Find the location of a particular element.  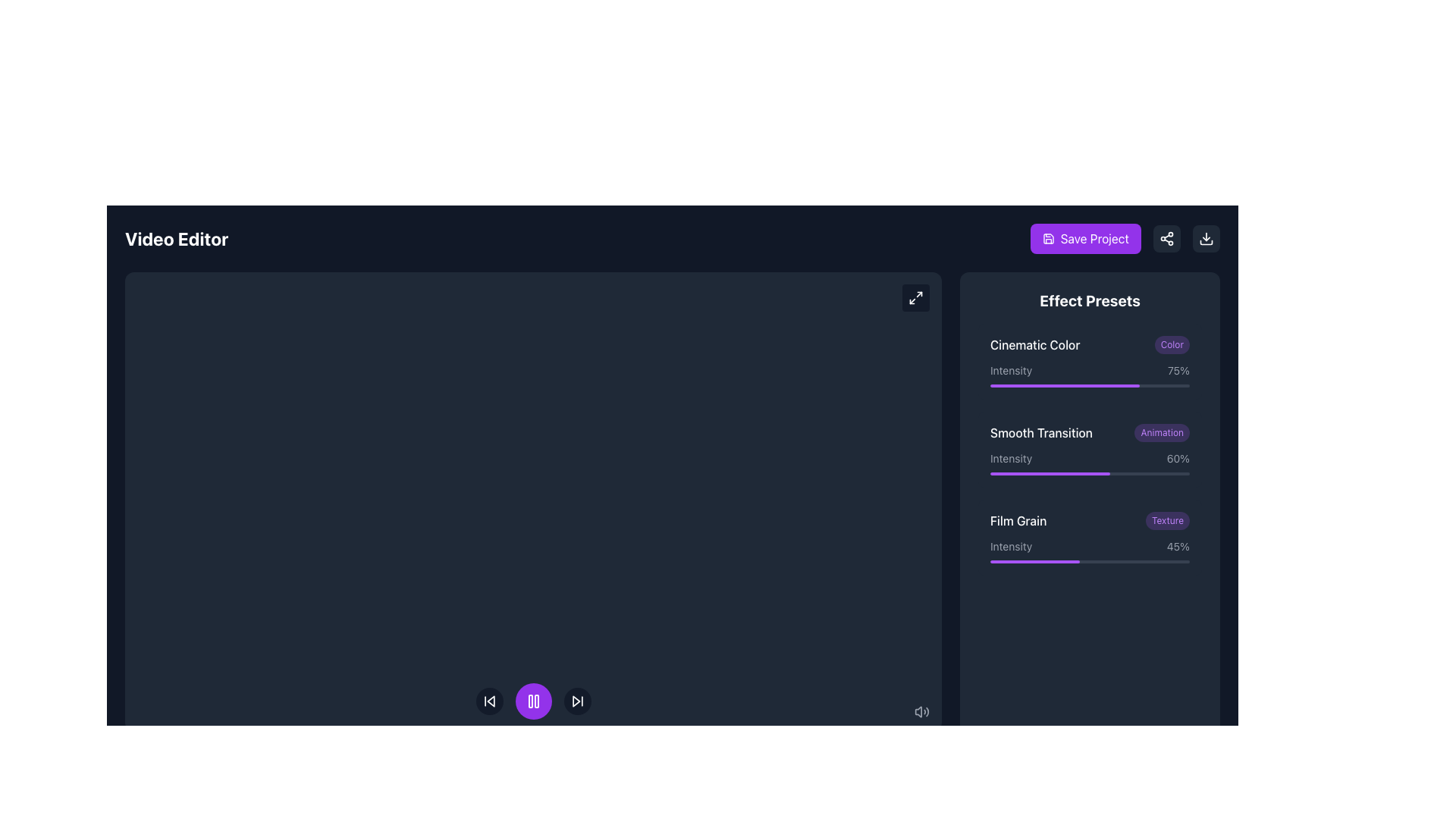

the static text label displaying the intensity value of the 'Smooth Transition' effect, located to the far right under the 'Smooth Transition' effect preset section is located at coordinates (1177, 458).